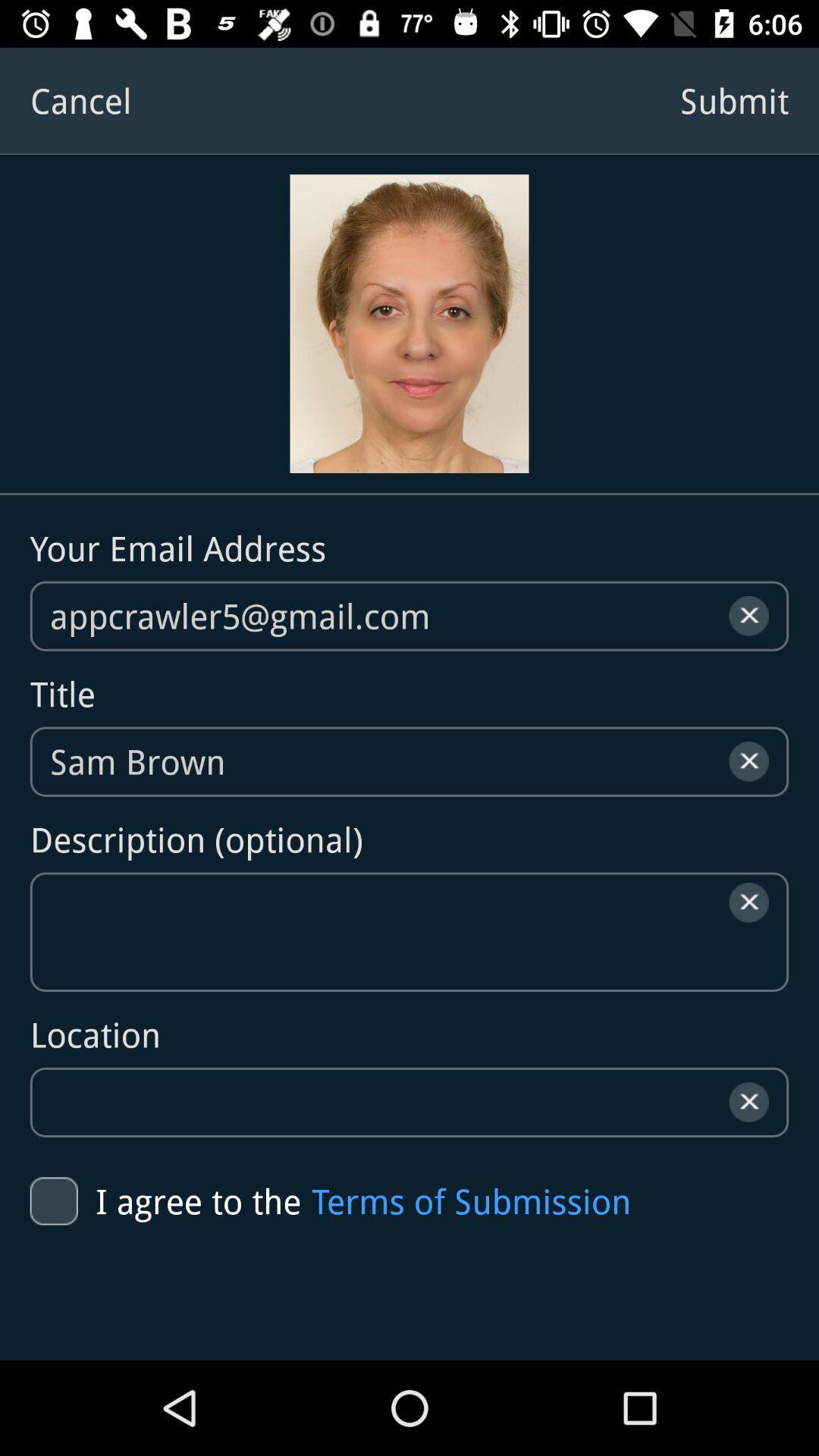  I want to click on the close icon, so click(748, 761).